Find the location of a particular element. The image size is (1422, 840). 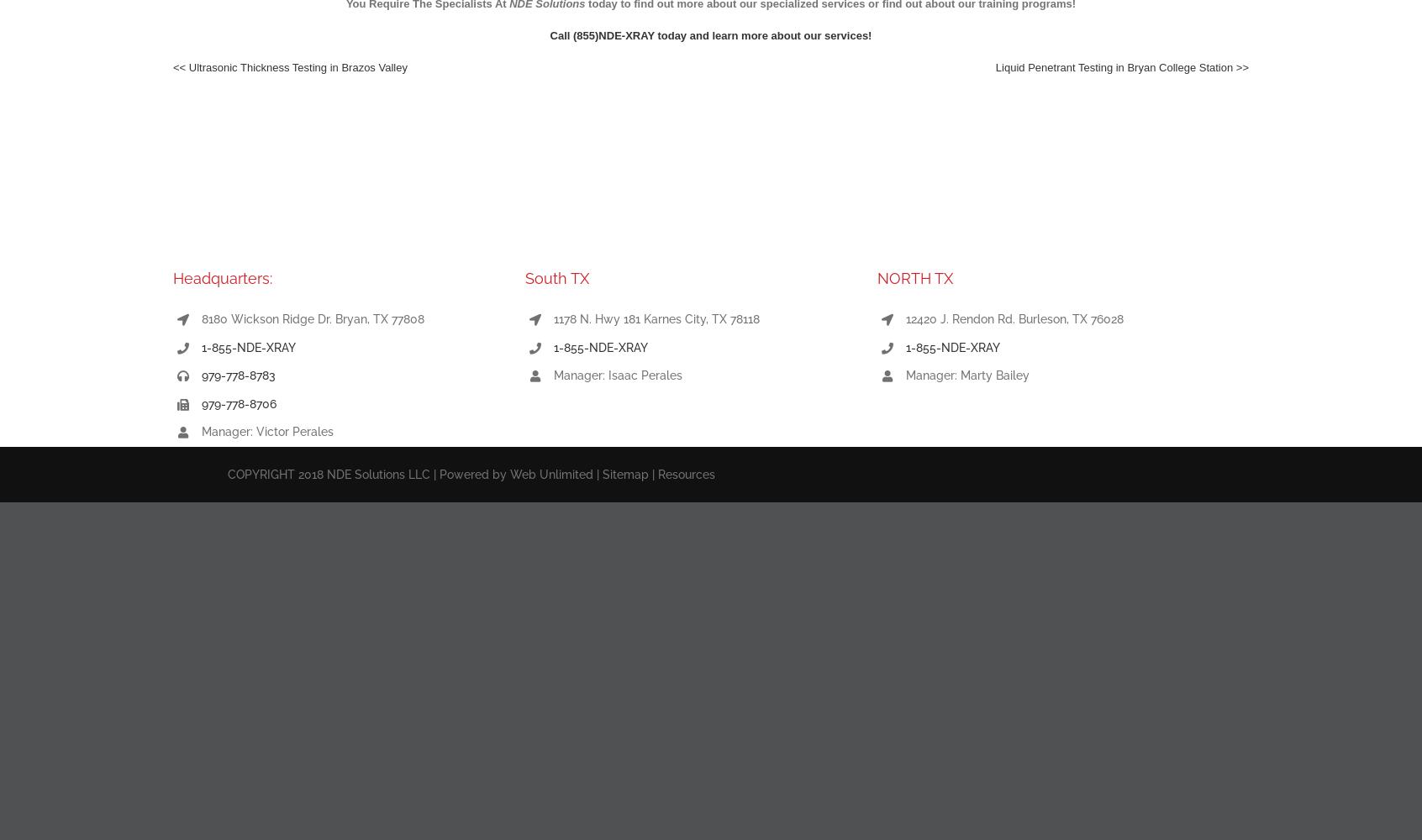

'Call (855)NDE-XRAY today and learn more about our services!' is located at coordinates (710, 35).